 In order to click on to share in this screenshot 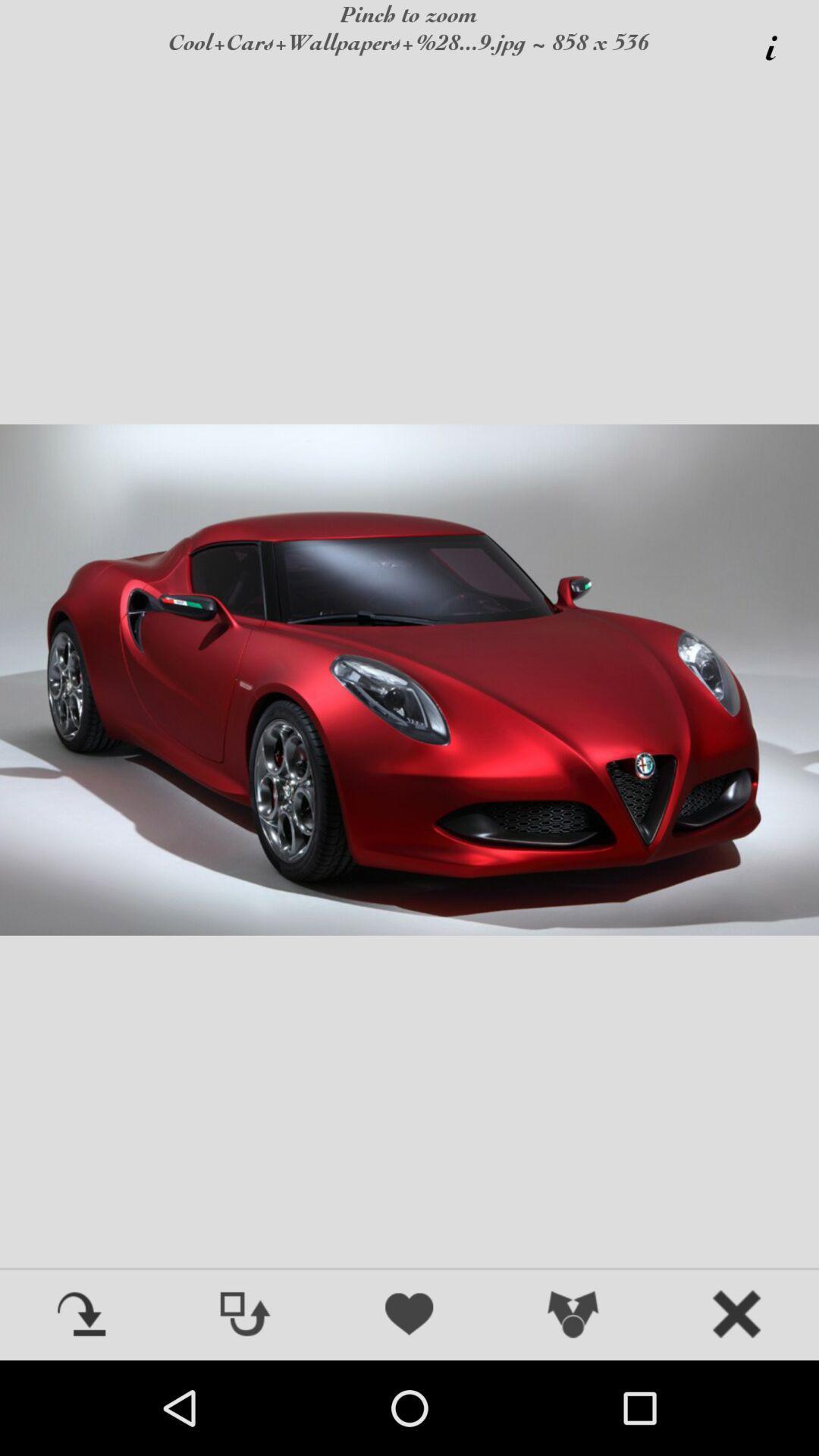, I will do `click(573, 1315)`.